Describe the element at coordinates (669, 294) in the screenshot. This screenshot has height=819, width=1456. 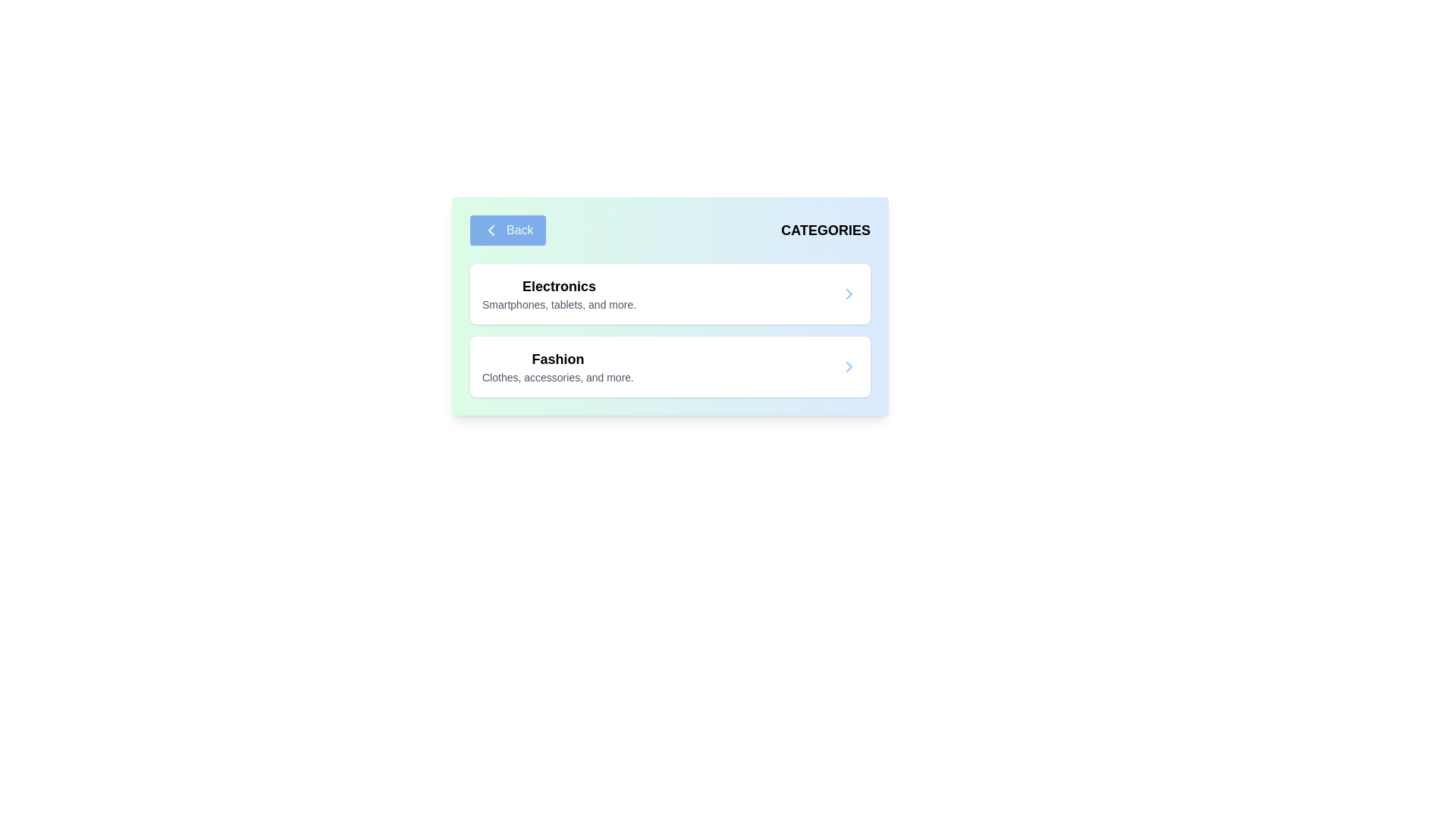
I see `the 'Electronics' category list item located at the top-center of the 'Categories' section` at that location.